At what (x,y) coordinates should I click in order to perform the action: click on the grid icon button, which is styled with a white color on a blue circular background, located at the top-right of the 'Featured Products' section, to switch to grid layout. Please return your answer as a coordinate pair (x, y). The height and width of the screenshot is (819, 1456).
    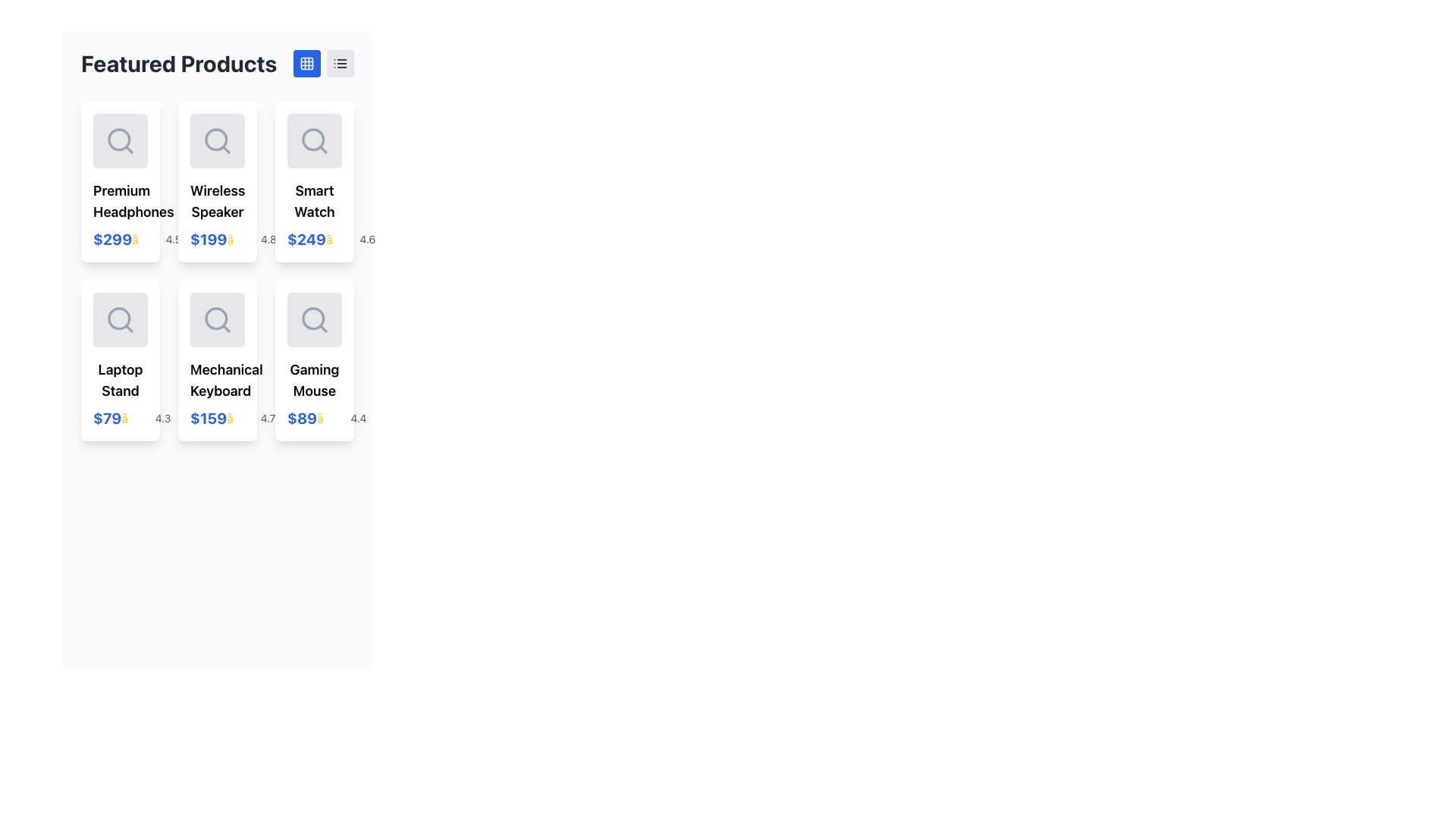
    Looking at the image, I should click on (306, 63).